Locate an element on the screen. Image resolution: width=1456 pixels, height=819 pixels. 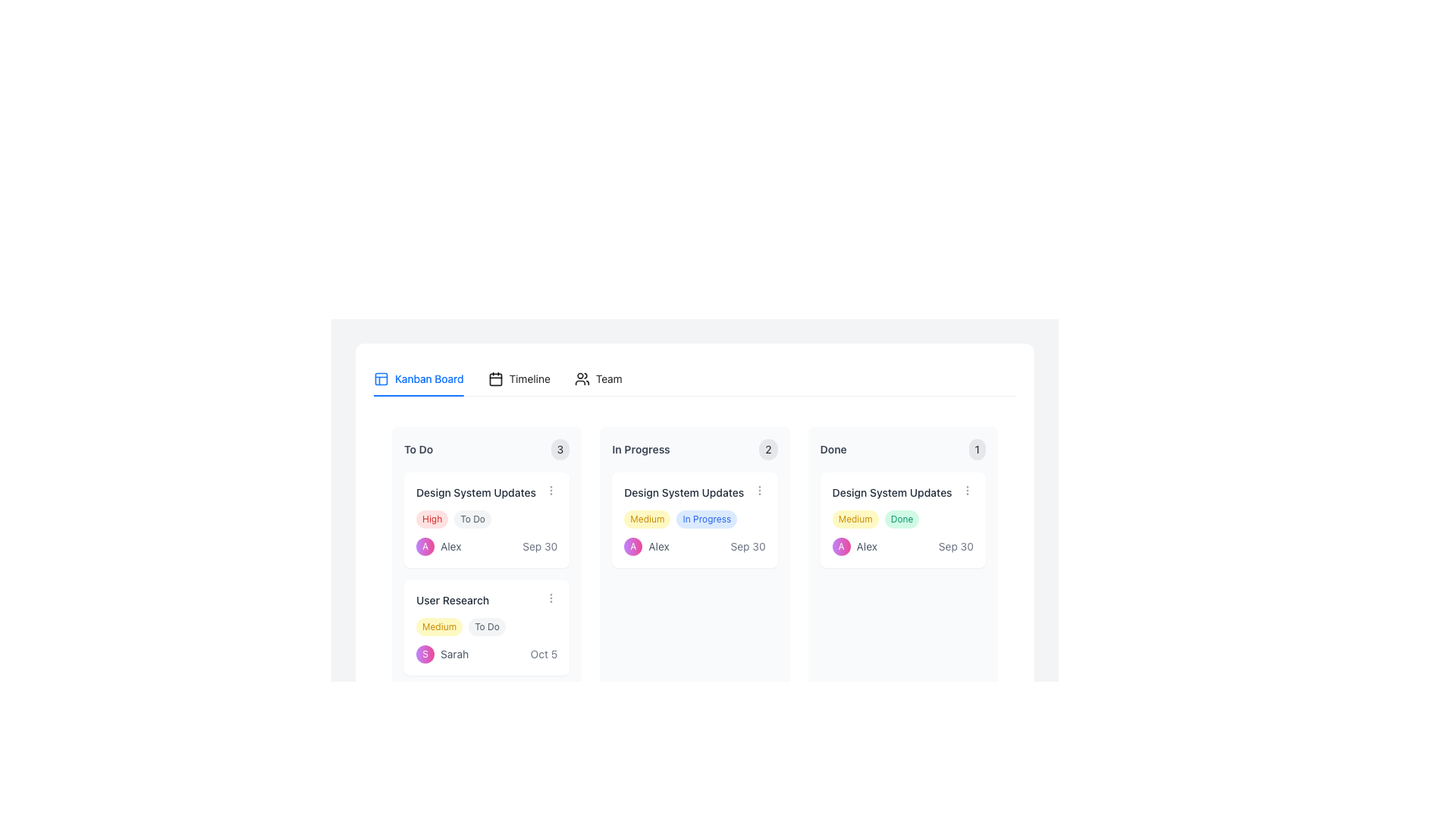
the compound component consisting of two text labels indicating the priority ('Medium') and the current status ('To Do') of the task on the 'User Research' card in the 'To Do' column is located at coordinates (487, 626).